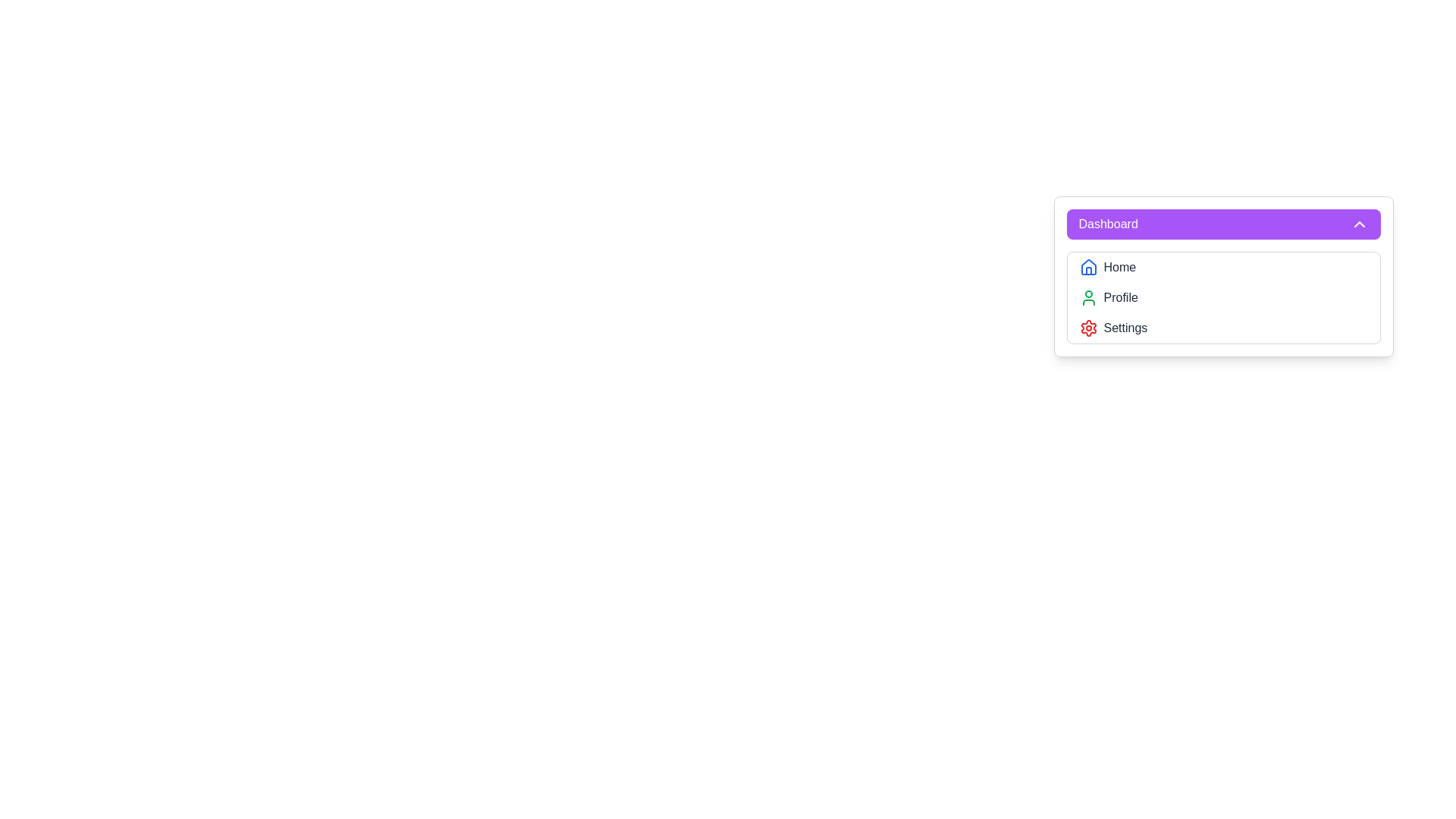 The height and width of the screenshot is (819, 1456). I want to click on the settings link located under the purple header labeled 'Dashboard', which is the third item in the vertical list beneath 'Home' and 'Profile', so click(1125, 327).